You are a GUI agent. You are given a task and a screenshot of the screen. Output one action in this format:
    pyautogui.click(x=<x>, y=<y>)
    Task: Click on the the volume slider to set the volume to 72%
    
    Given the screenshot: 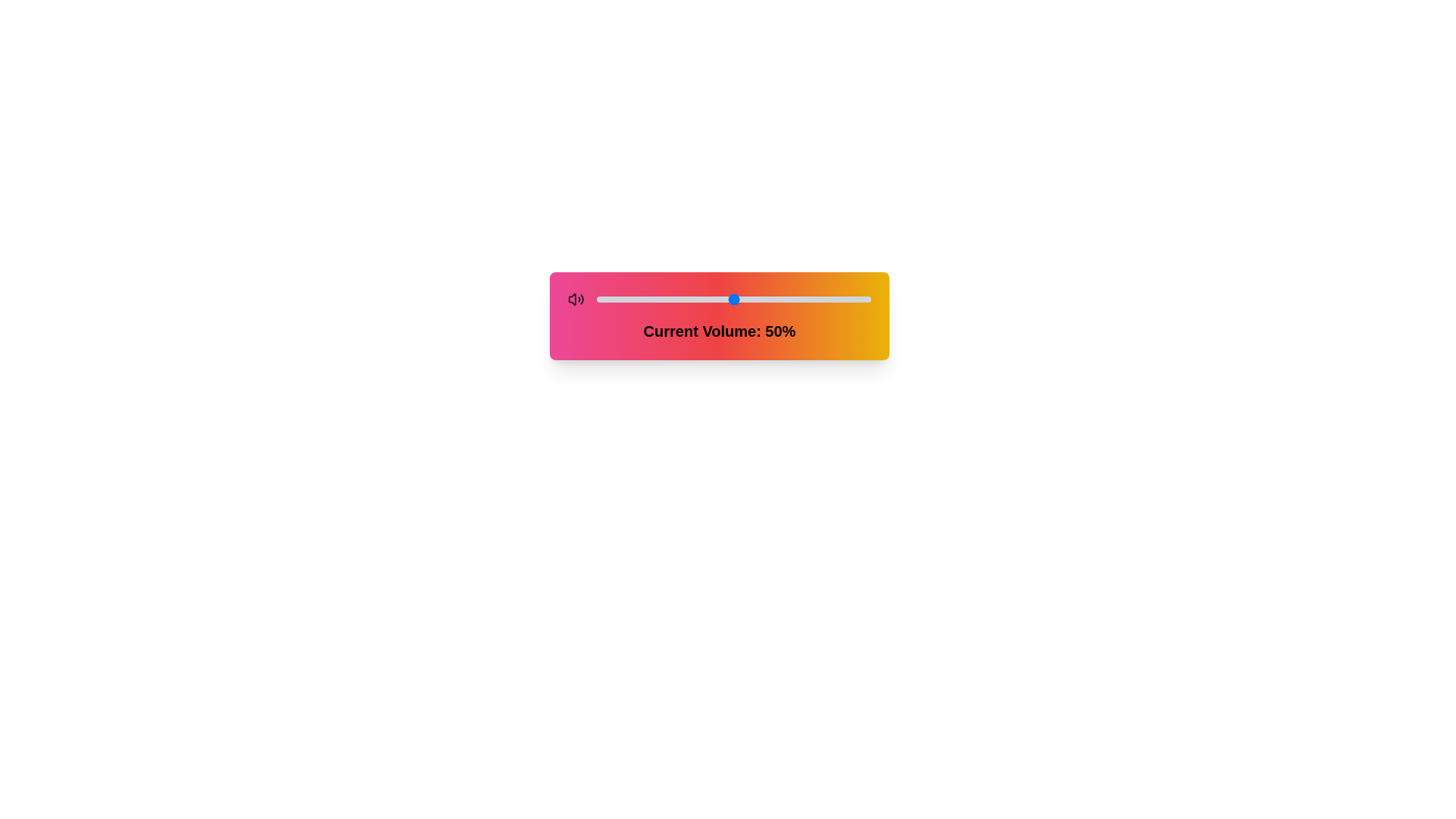 What is the action you would take?
    pyautogui.click(x=793, y=299)
    